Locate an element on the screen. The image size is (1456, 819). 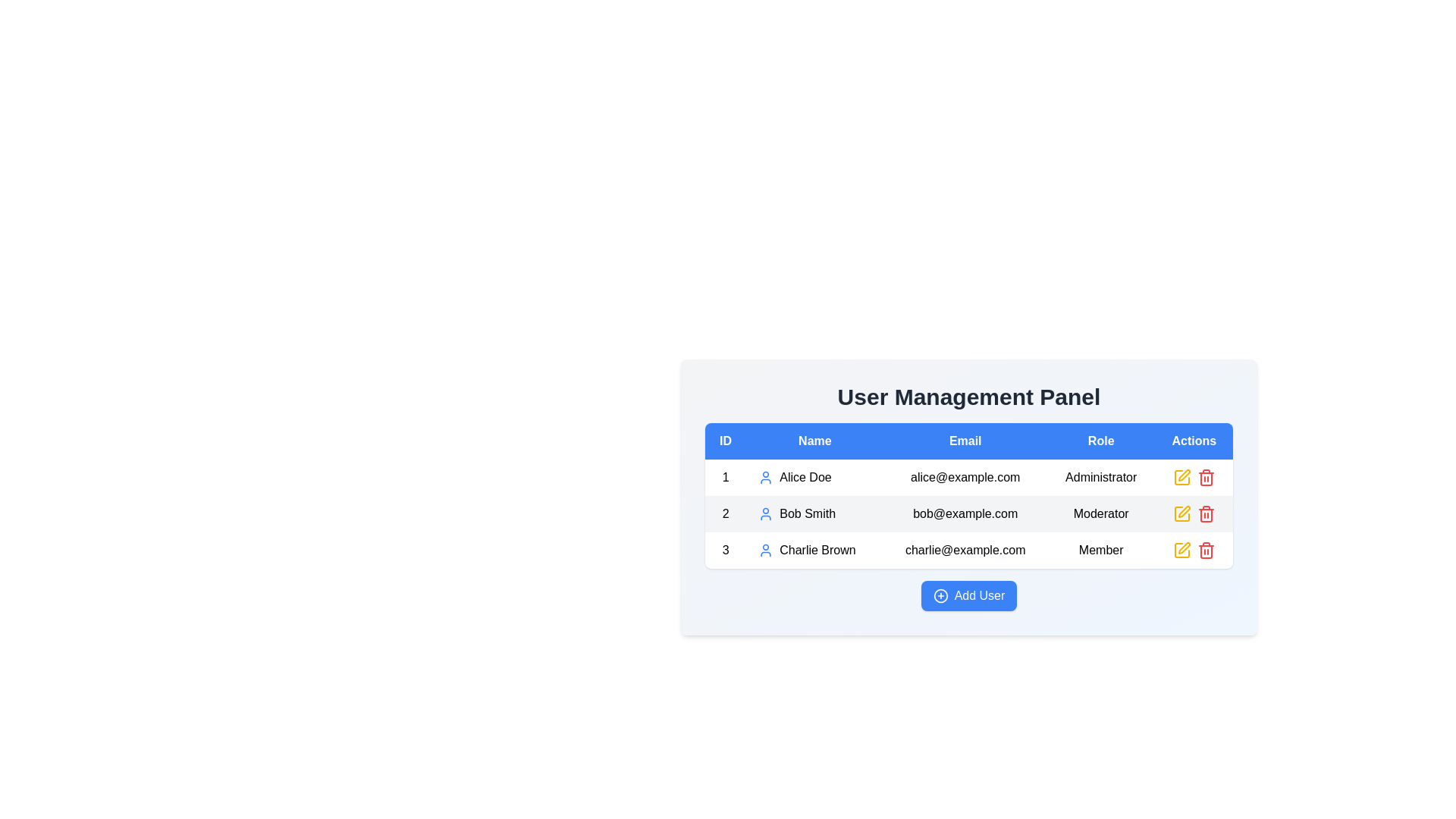
the Table Header Cell labeled 'Email', which has a blue background and white text, located in the header row of the table between 'Name' and 'Role' is located at coordinates (965, 441).